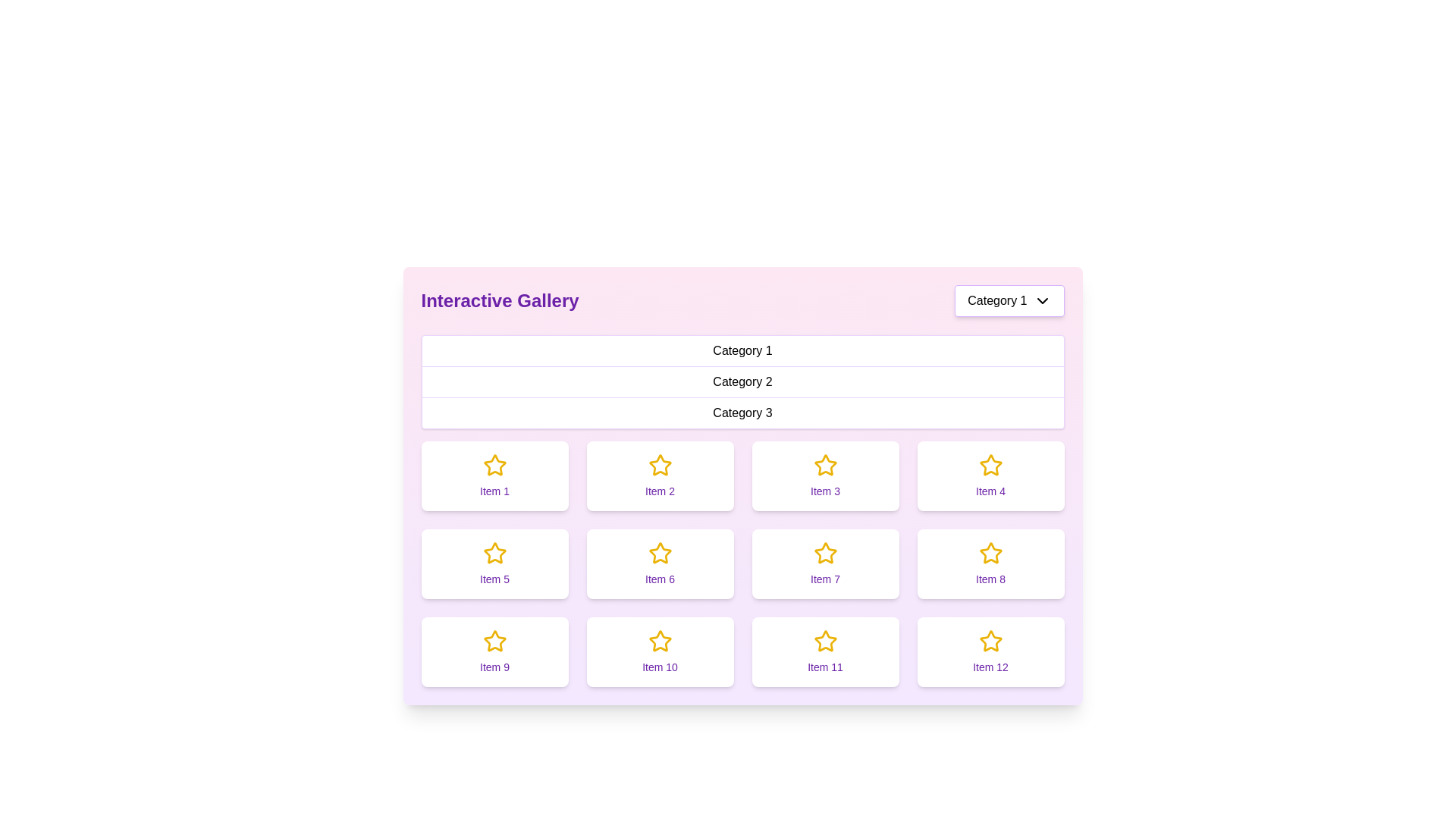 The width and height of the screenshot is (1456, 819). What do you see at coordinates (660, 464) in the screenshot?
I see `the decorative star icon located within the 'Item 2' card, which is centered above the text label` at bounding box center [660, 464].